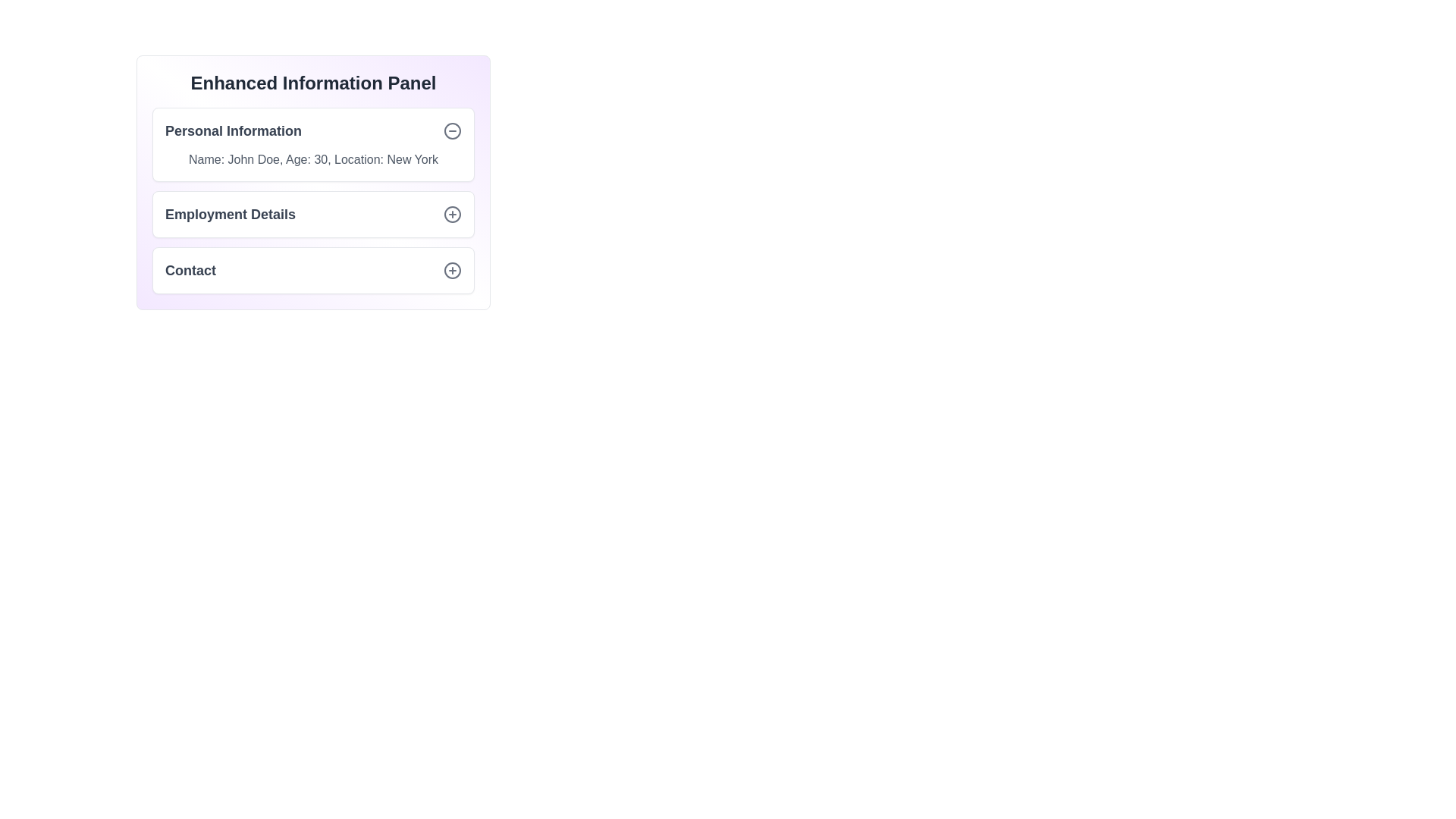 The width and height of the screenshot is (1456, 819). Describe the element at coordinates (232, 130) in the screenshot. I see `the 'Personal Information' text label, which is styled in a bold, larger-sized font and is dark gray in color, serving as a heading in the 'Enhanced Information Panel.'` at that location.